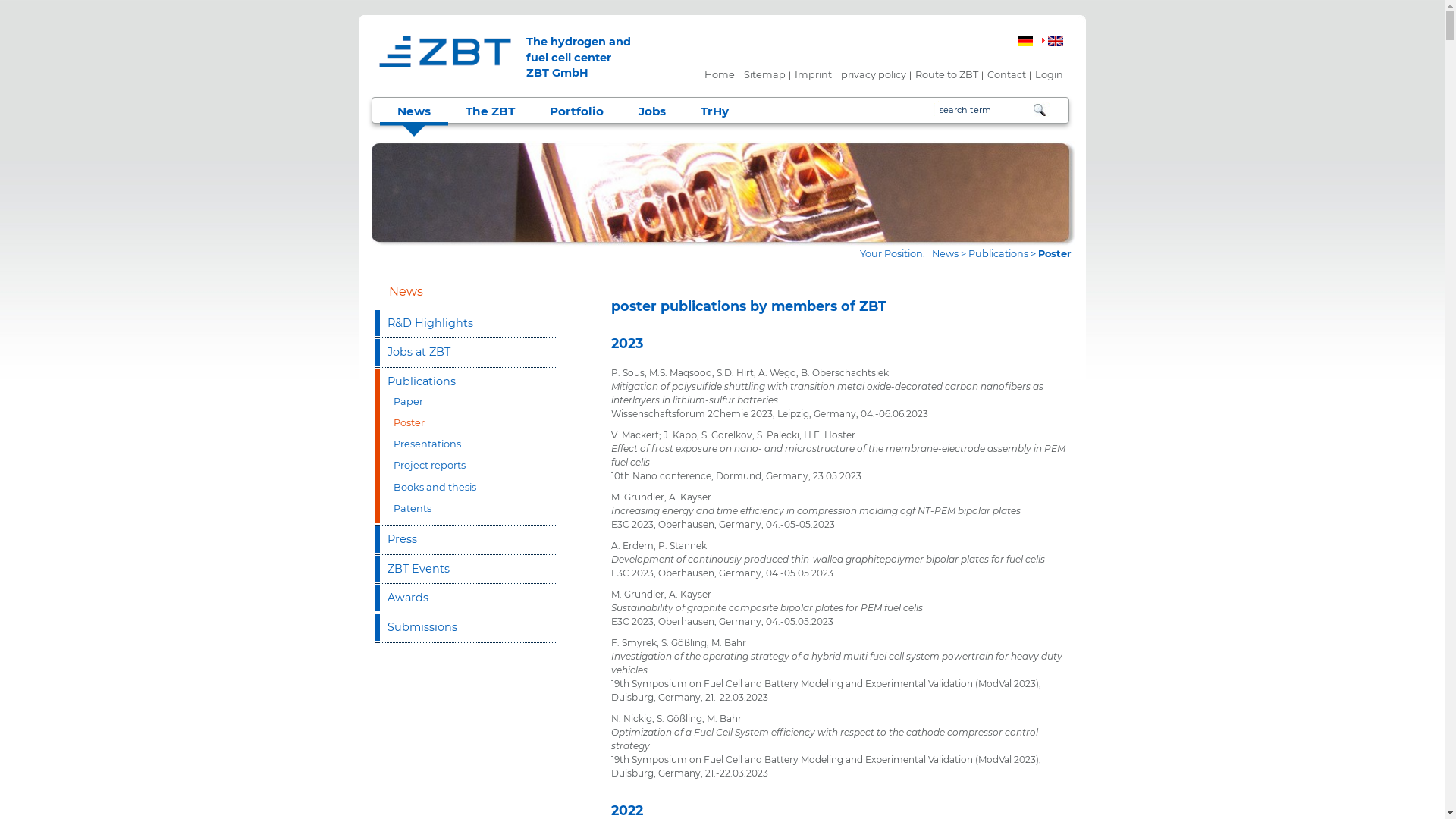 This screenshot has width=1456, height=819. Describe the element at coordinates (459, 322) in the screenshot. I see `'R&D Highlights'` at that location.